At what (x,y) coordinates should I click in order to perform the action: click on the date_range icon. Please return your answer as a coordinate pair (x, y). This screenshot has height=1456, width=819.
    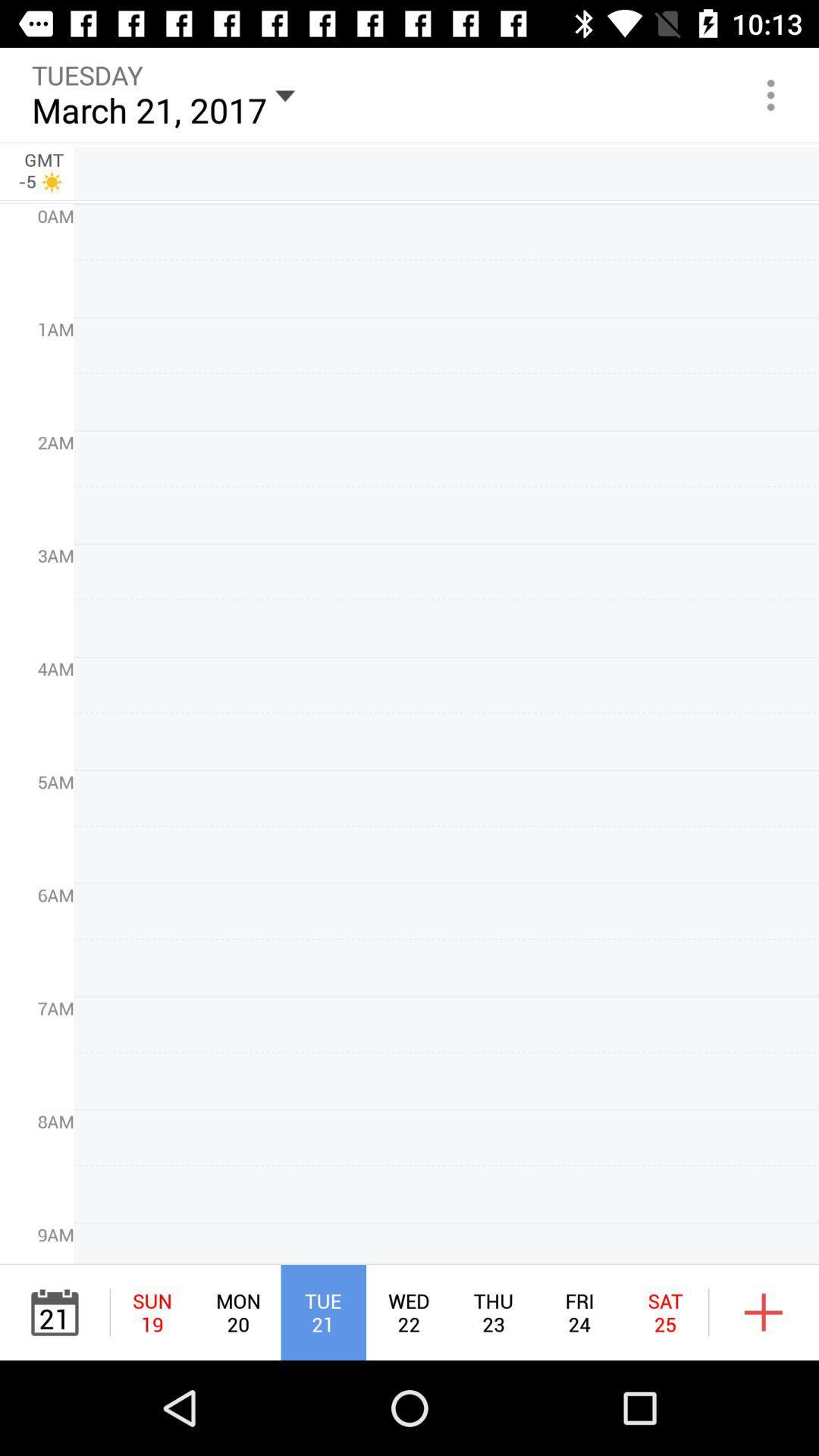
    Looking at the image, I should click on (54, 1312).